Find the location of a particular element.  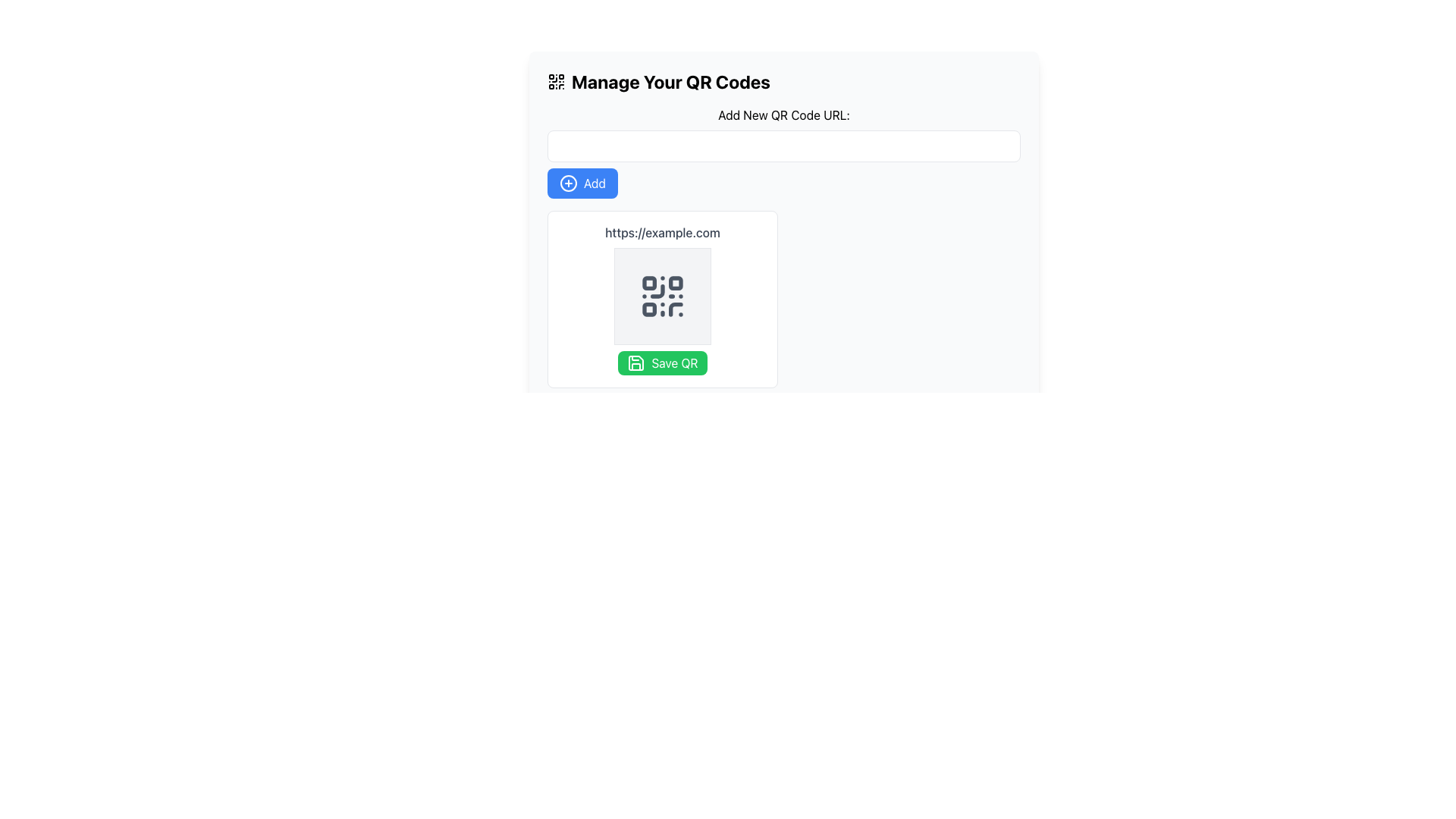

the QR code icon located centrally beneath the text 'https://example.com' and above the green 'Save QR' button is located at coordinates (662, 296).